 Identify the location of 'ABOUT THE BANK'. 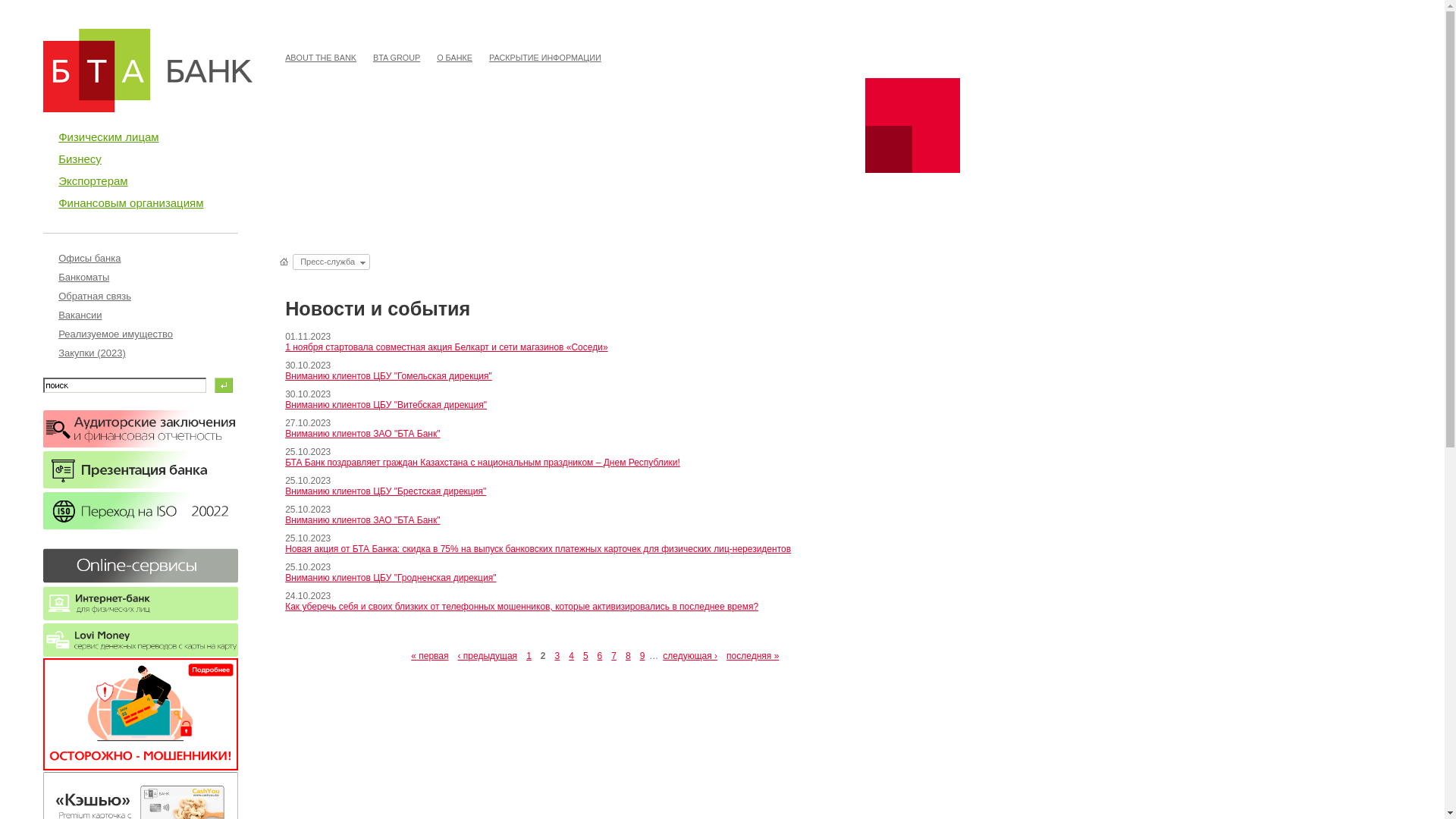
(319, 57).